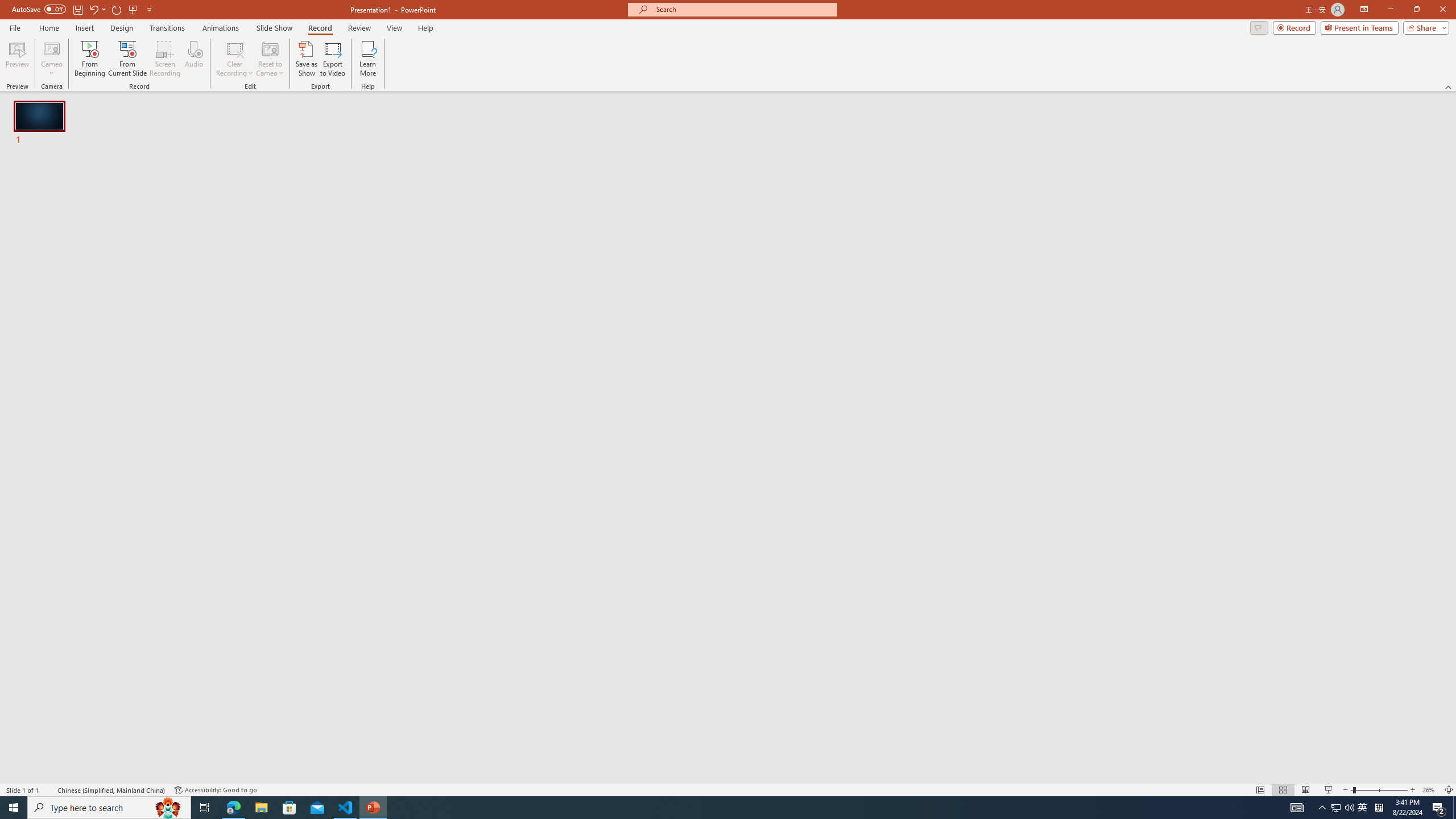  I want to click on 'Preview', so click(16, 59).